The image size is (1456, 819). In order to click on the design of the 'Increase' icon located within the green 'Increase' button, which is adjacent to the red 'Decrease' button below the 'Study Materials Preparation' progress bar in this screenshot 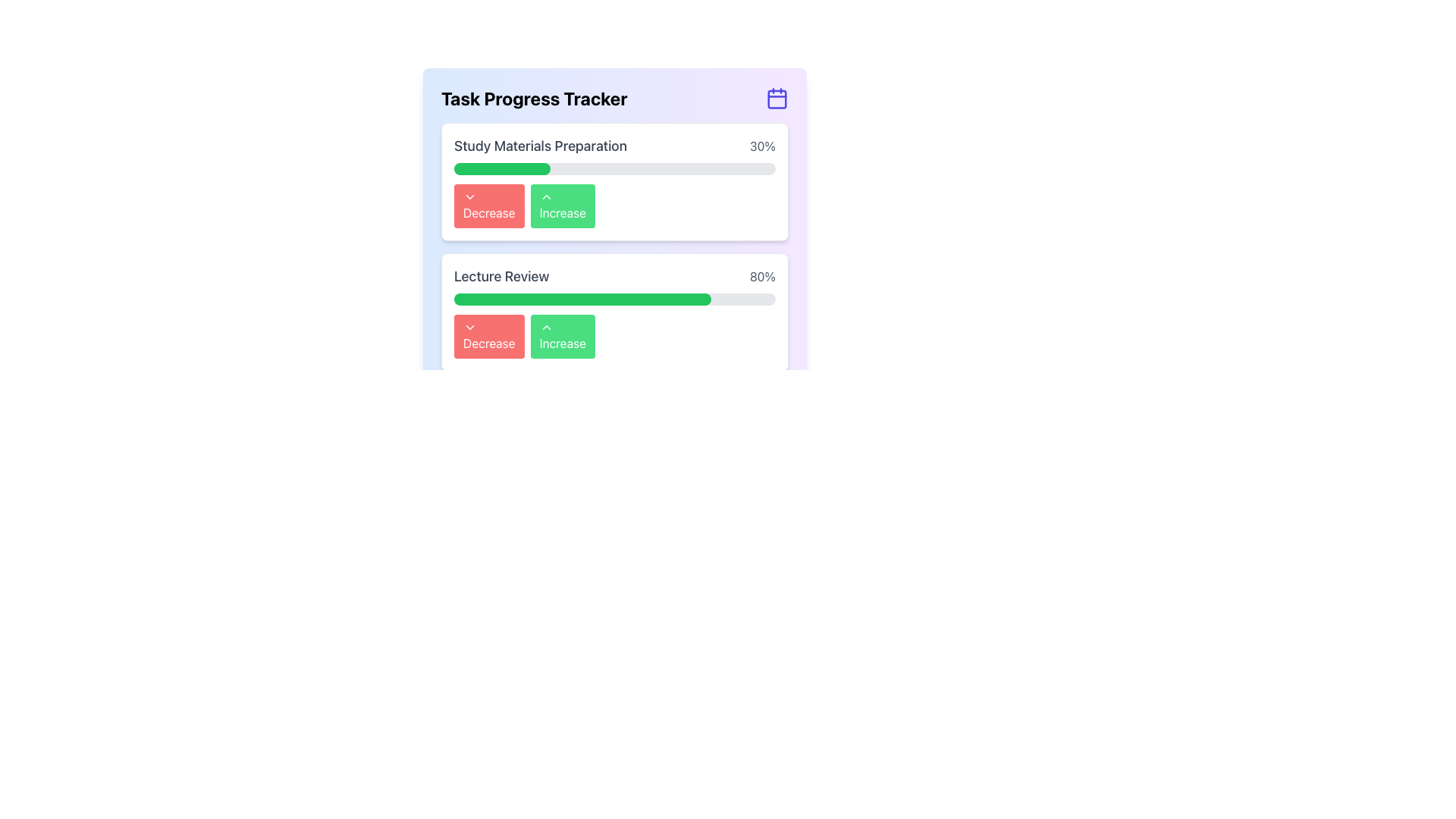, I will do `click(546, 196)`.